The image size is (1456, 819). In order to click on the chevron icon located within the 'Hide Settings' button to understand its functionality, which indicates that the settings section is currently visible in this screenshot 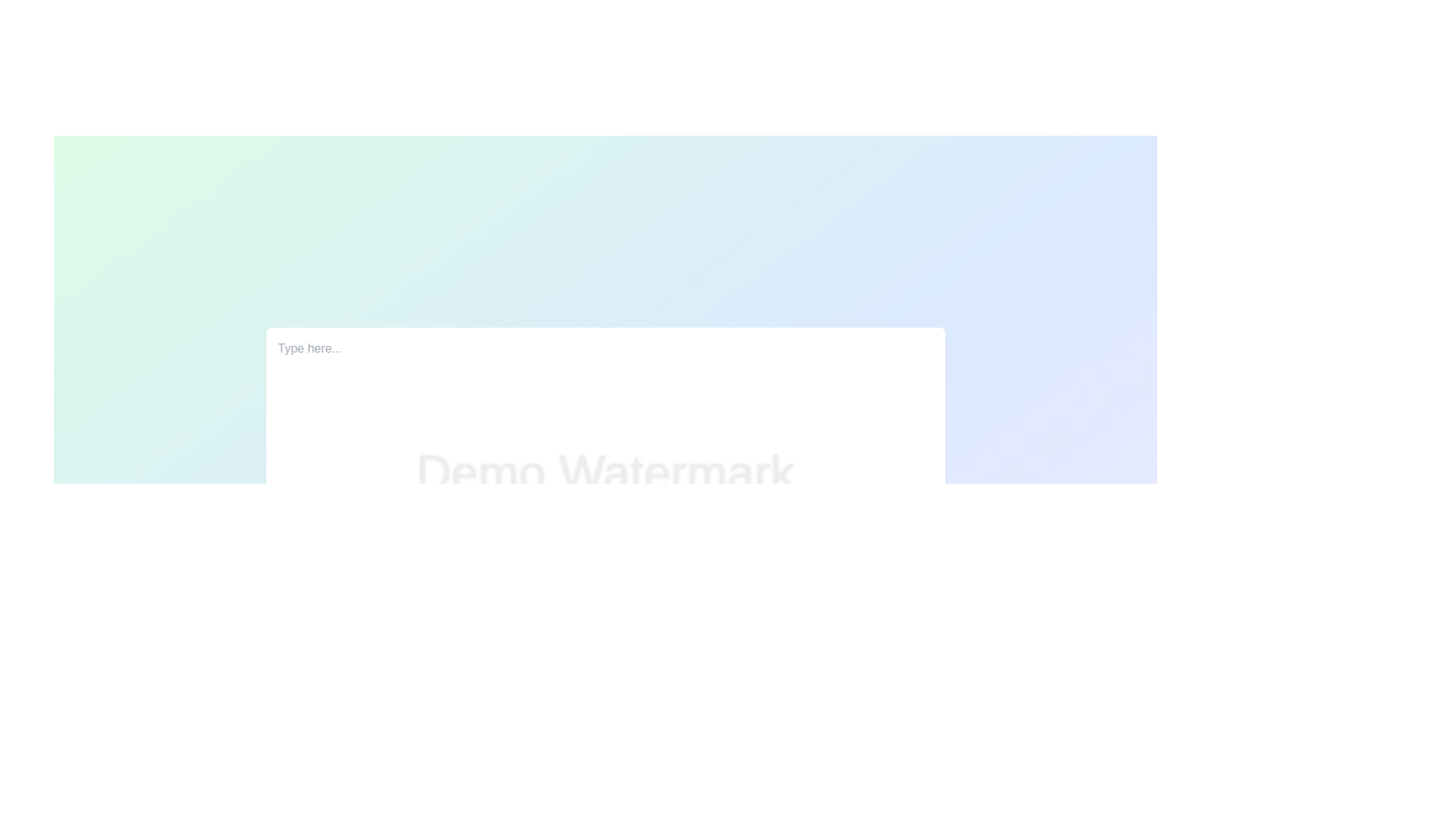, I will do `click(565, 747)`.